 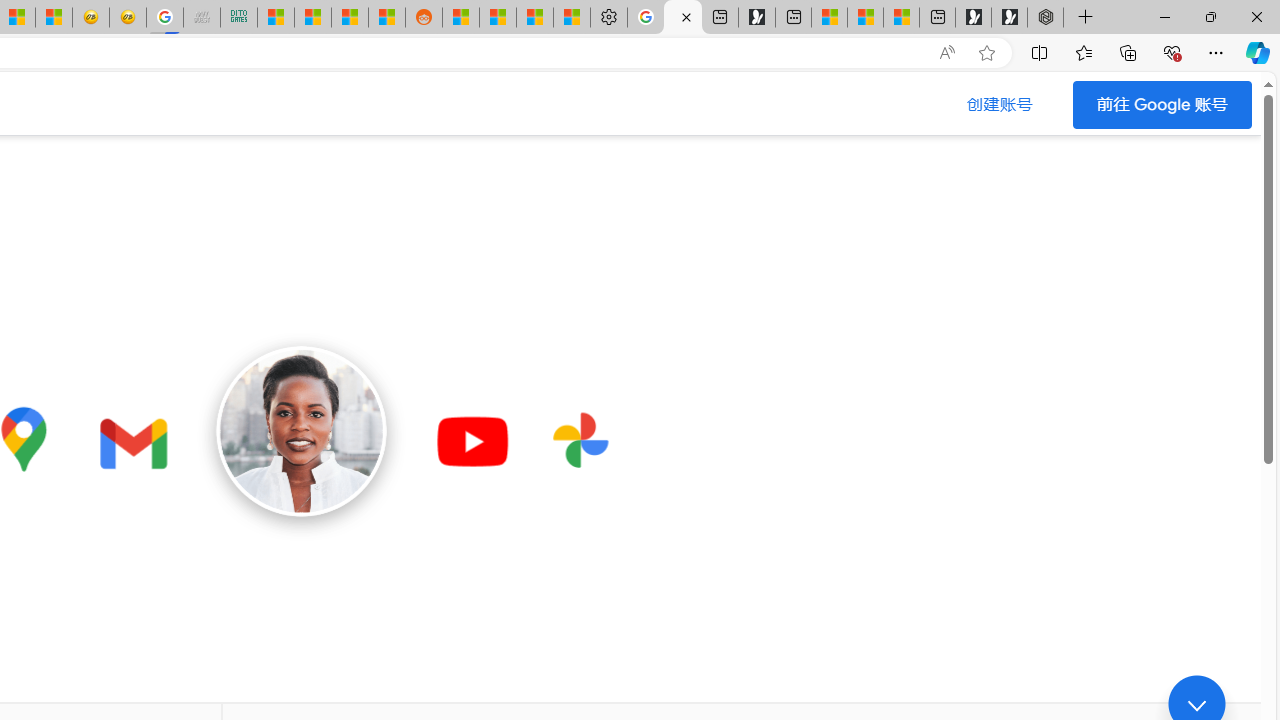 I want to click on 'R******* | Trusted Community Engagement and Contributions', so click(x=459, y=17).